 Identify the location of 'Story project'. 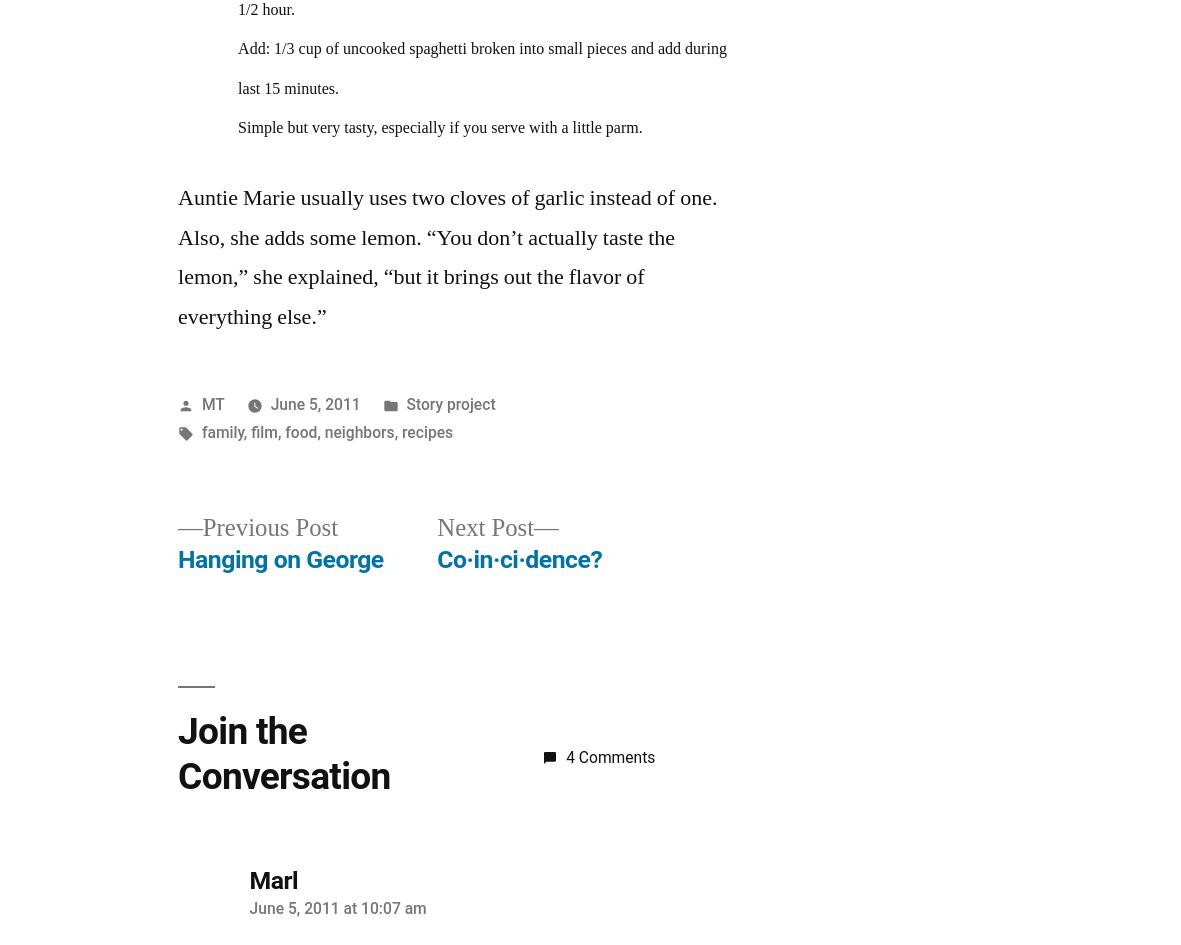
(450, 403).